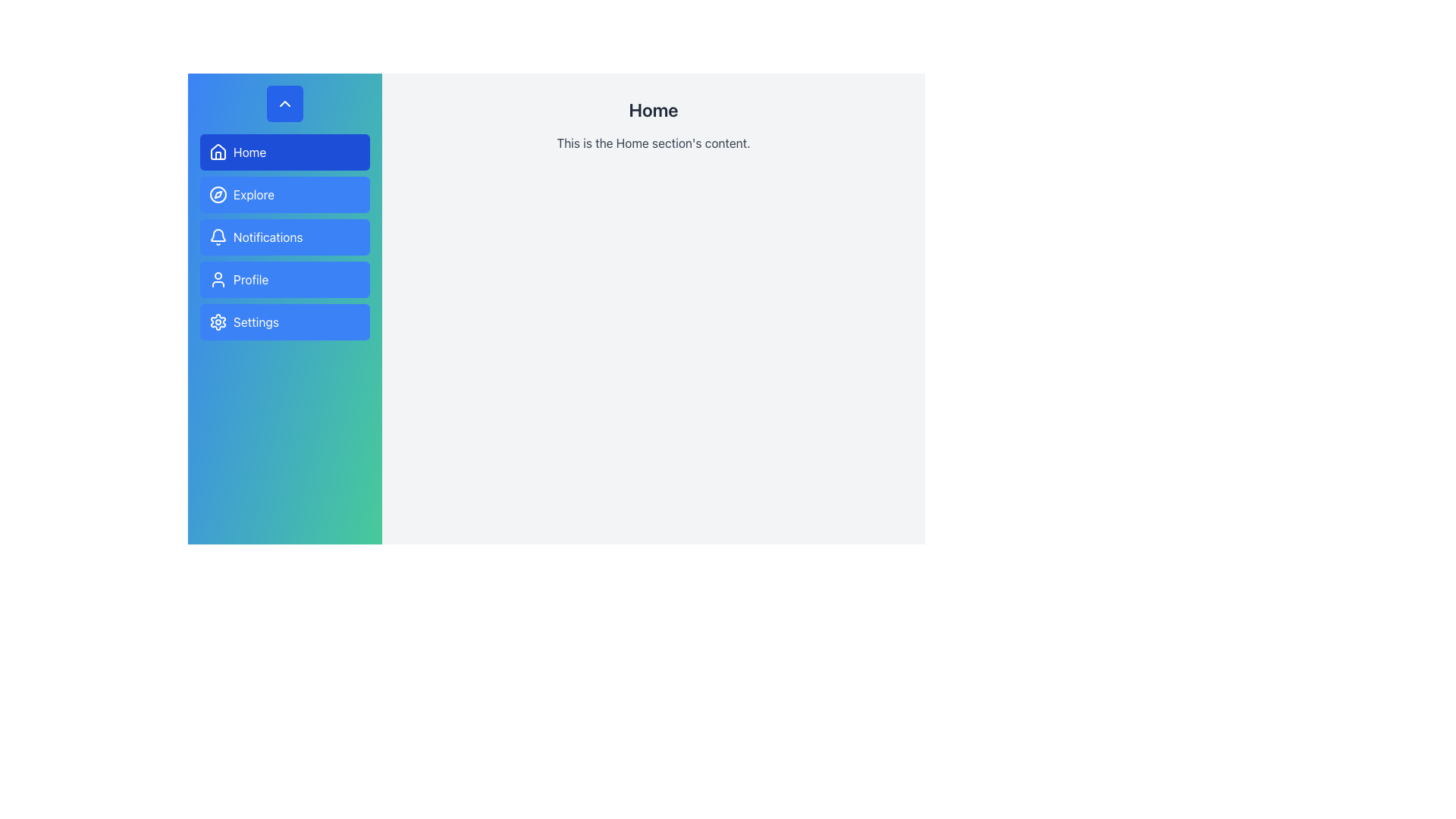 The width and height of the screenshot is (1456, 819). I want to click on the 'Home' icon located in the navigation menu, which is represented by a blue rectangle and aligned with the text label 'Home', so click(218, 152).